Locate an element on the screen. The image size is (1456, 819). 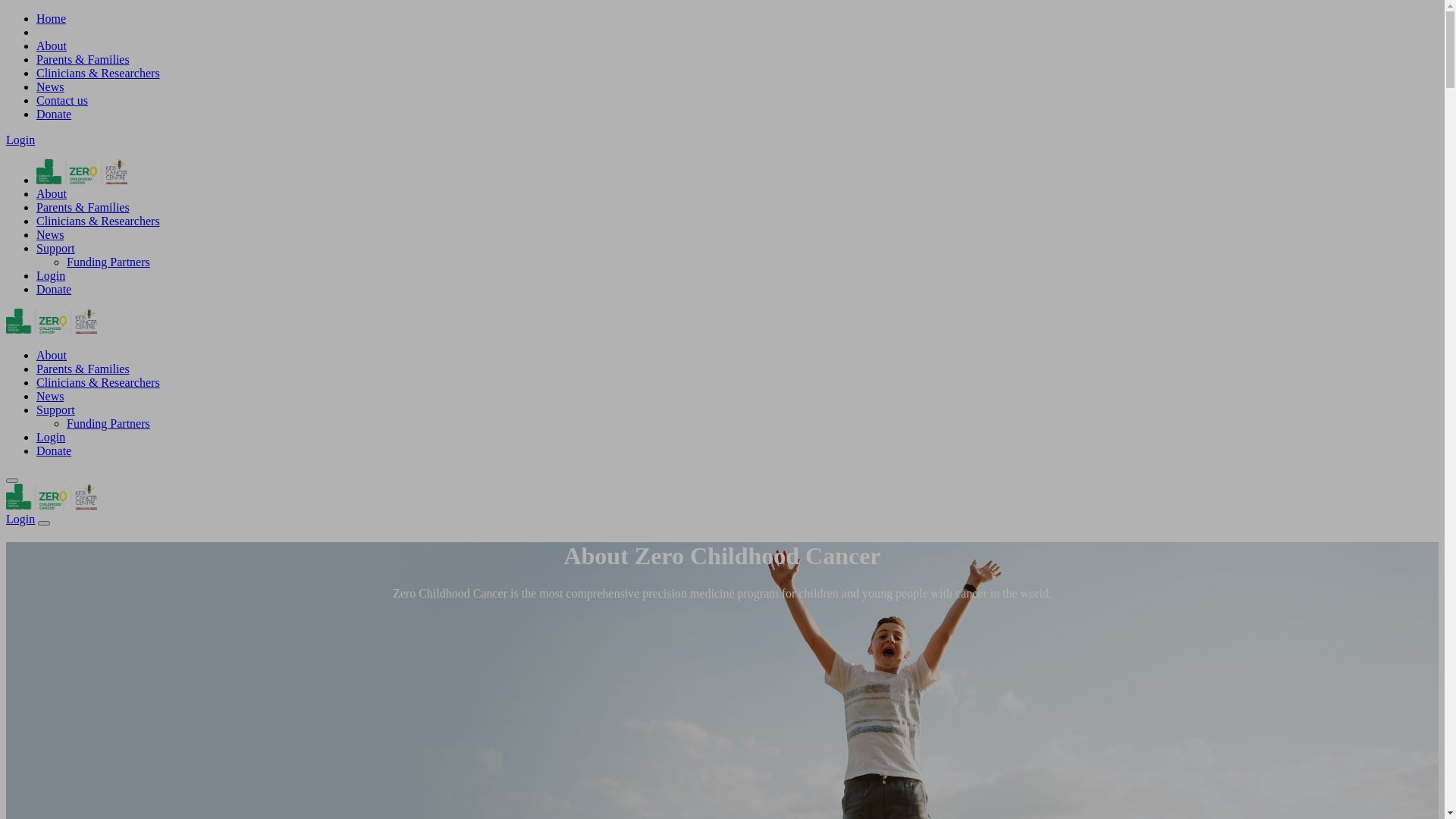
'Home' is located at coordinates (51, 18).